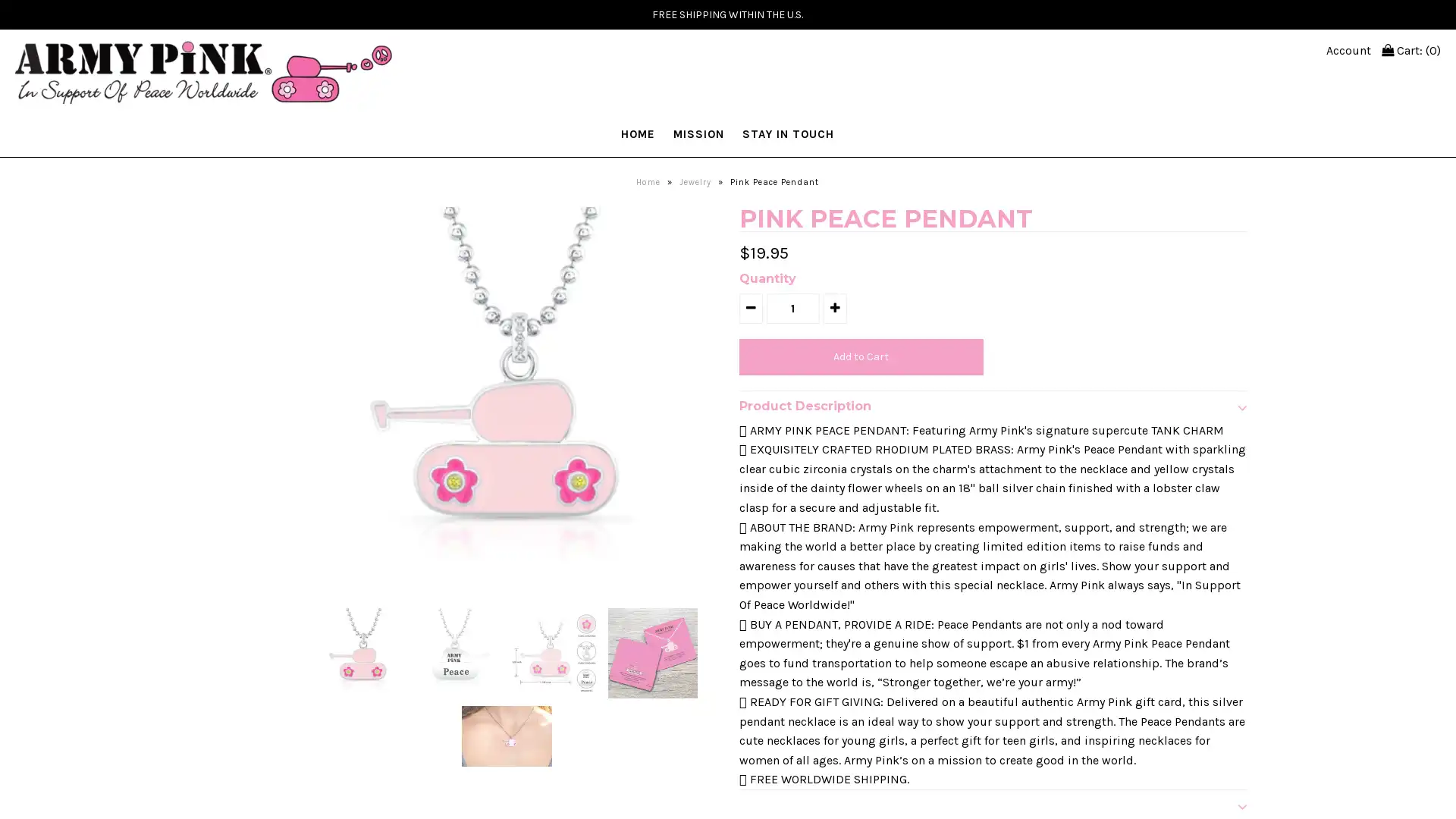 Image resolution: width=1456 pixels, height=819 pixels. What do you see at coordinates (860, 356) in the screenshot?
I see `Add to Cart` at bounding box center [860, 356].